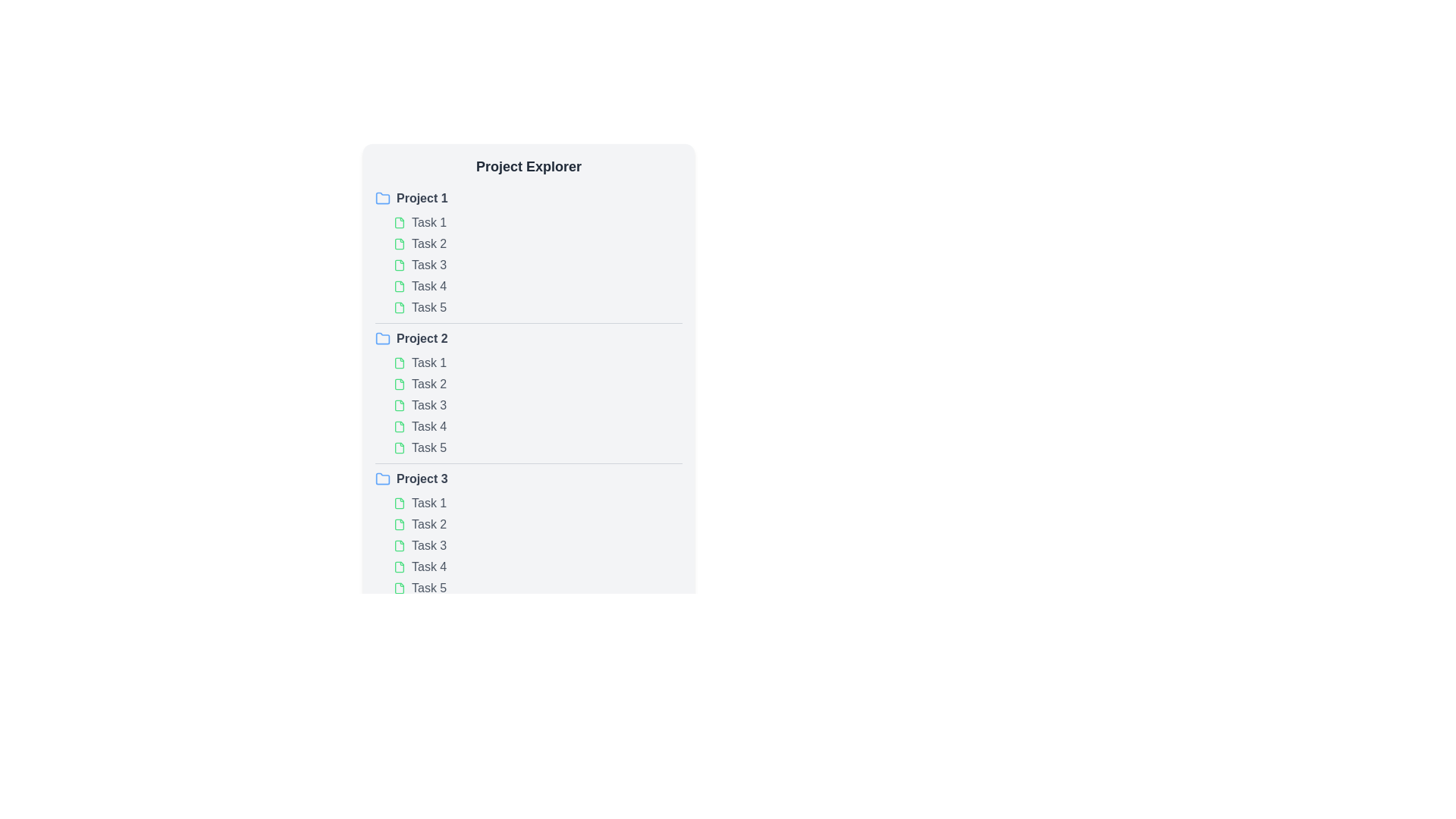 This screenshot has height=819, width=1456. I want to click on the green document icon representing a completed file in the task listing under 'Project 3', specifically aligned with 'Task 5', so click(400, 587).